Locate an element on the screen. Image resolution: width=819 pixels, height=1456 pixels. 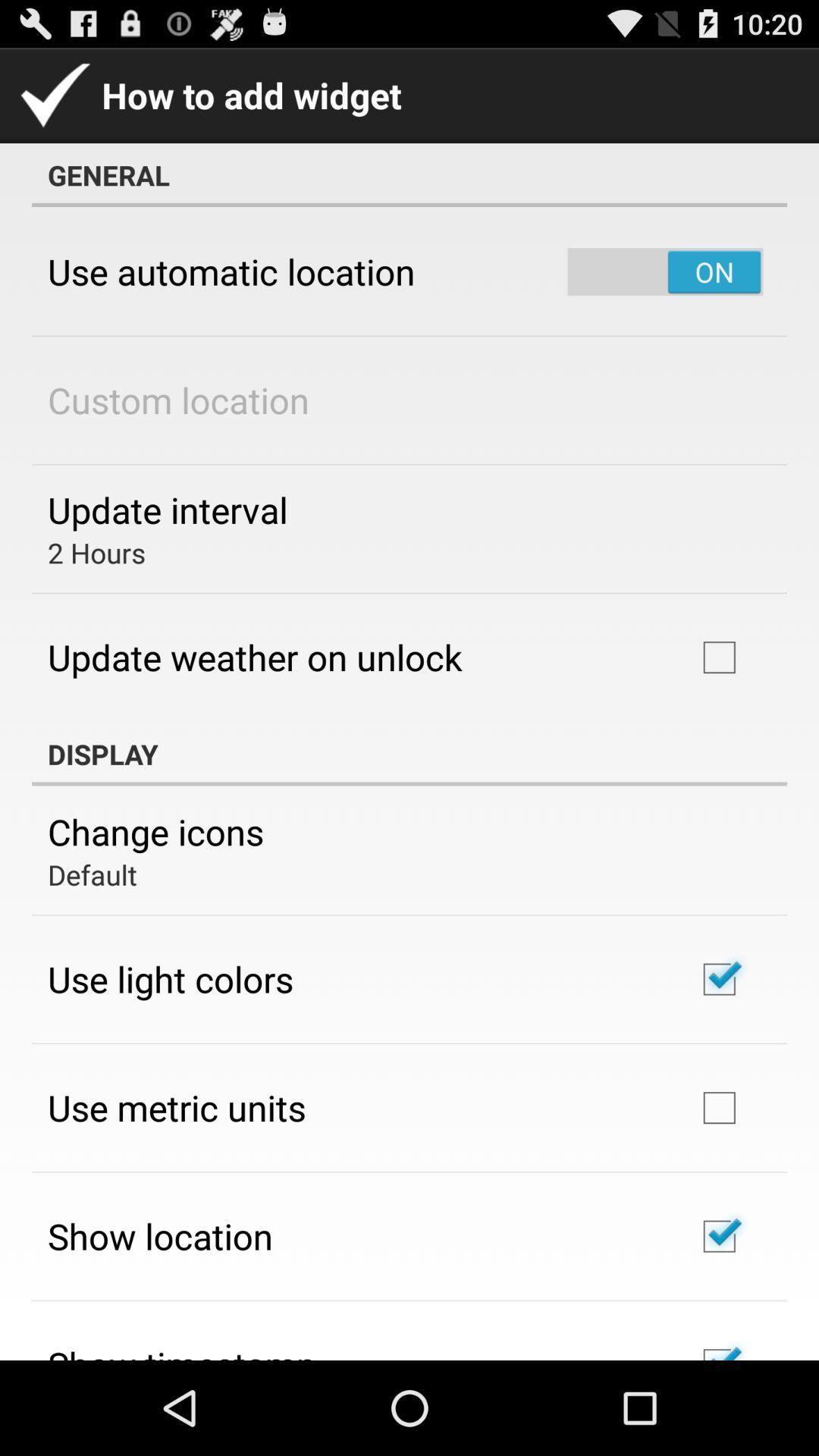
the item to the right of the use automatic location item is located at coordinates (664, 271).